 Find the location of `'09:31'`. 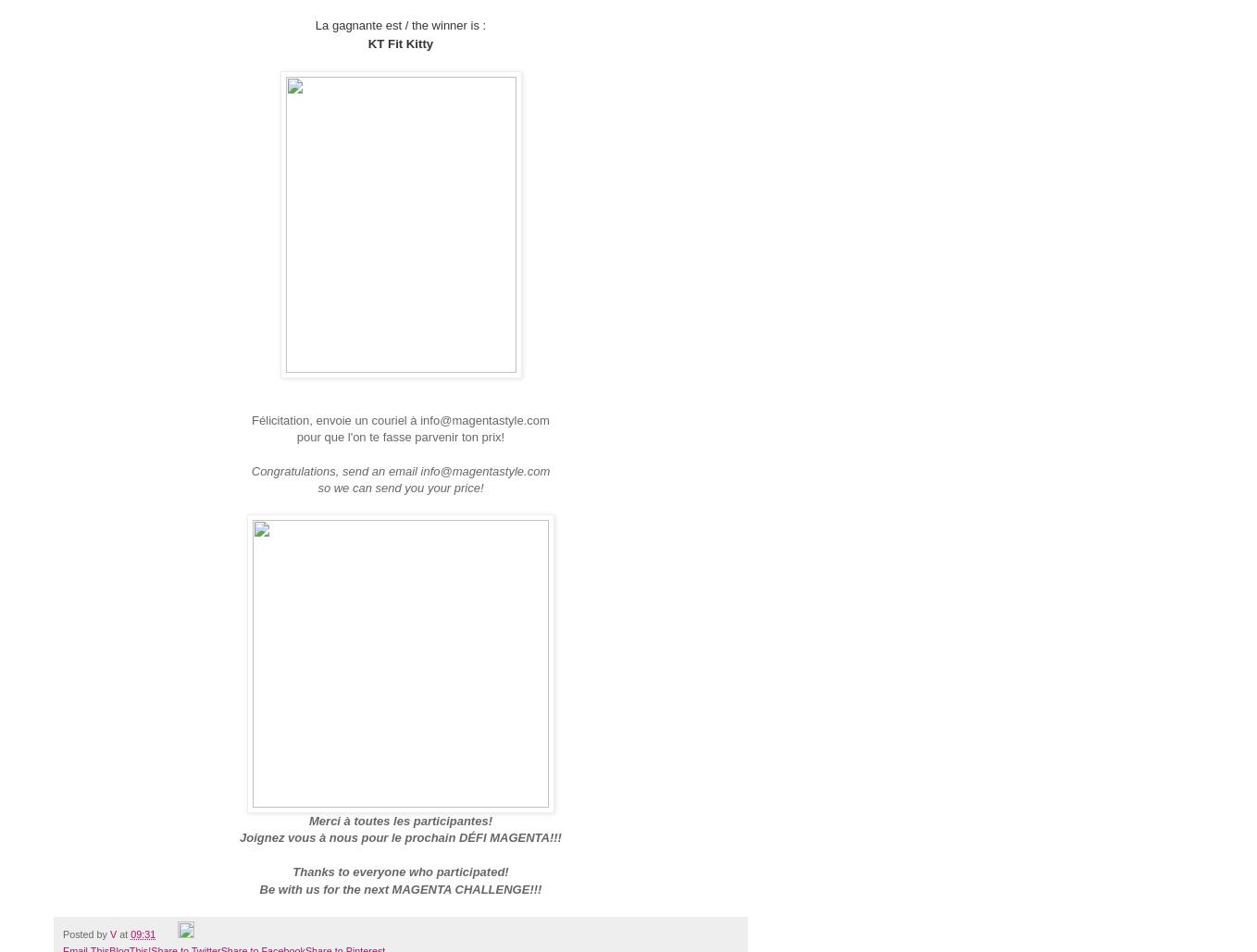

'09:31' is located at coordinates (143, 933).